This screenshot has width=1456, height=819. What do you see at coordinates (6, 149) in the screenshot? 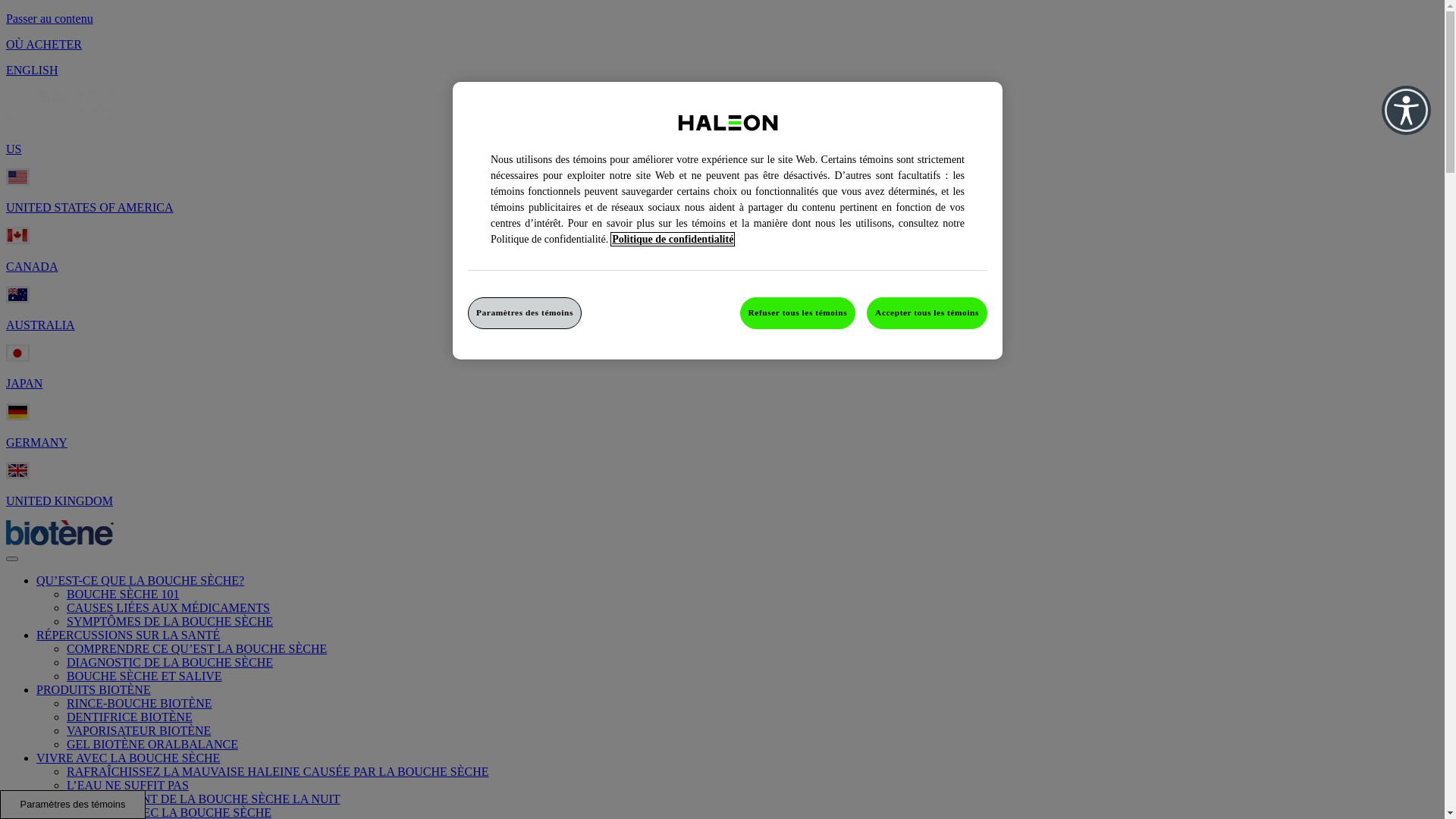
I see `'US'` at bounding box center [6, 149].